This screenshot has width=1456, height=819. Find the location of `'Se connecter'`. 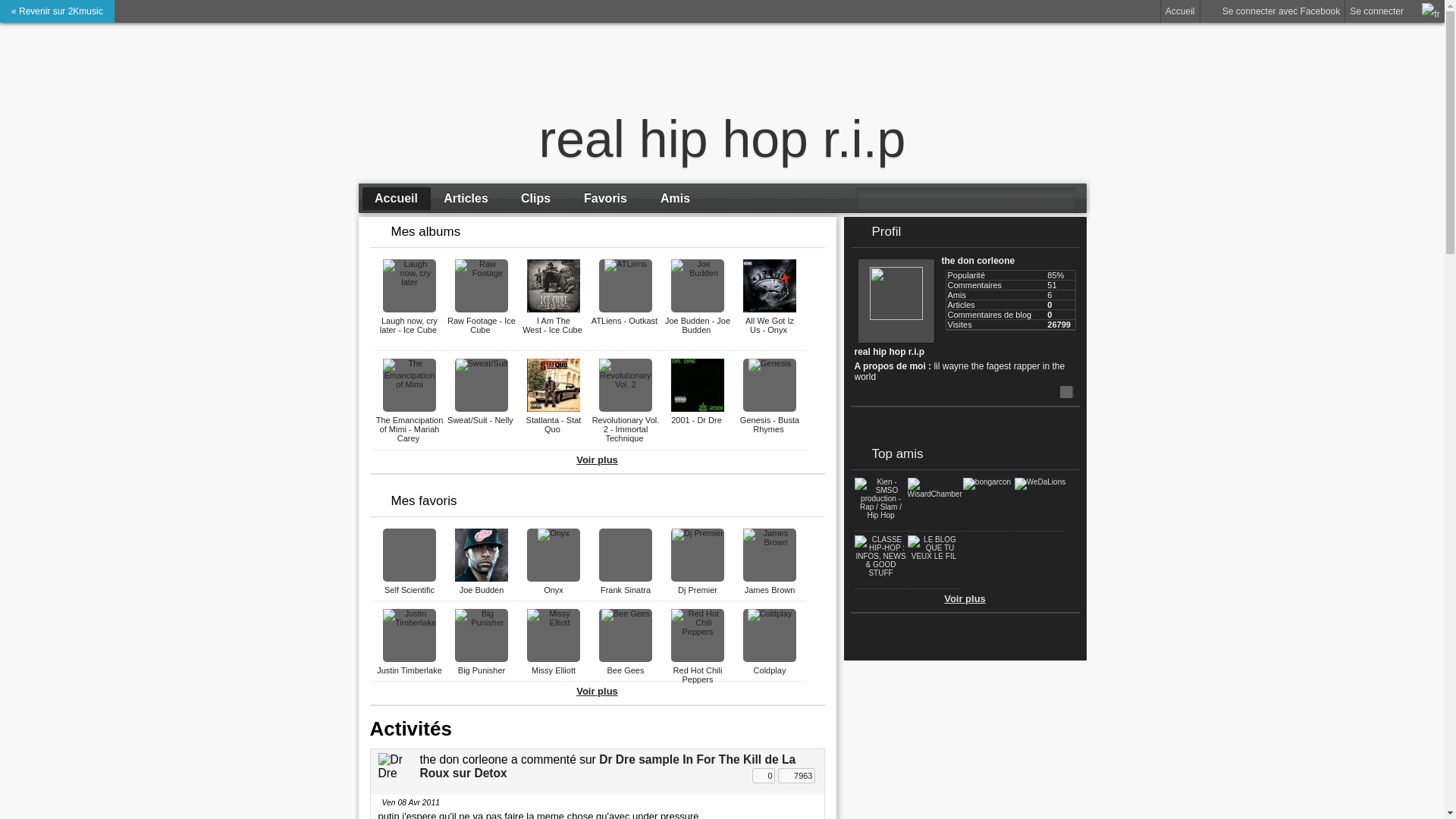

'Se connecter' is located at coordinates (1345, 11).